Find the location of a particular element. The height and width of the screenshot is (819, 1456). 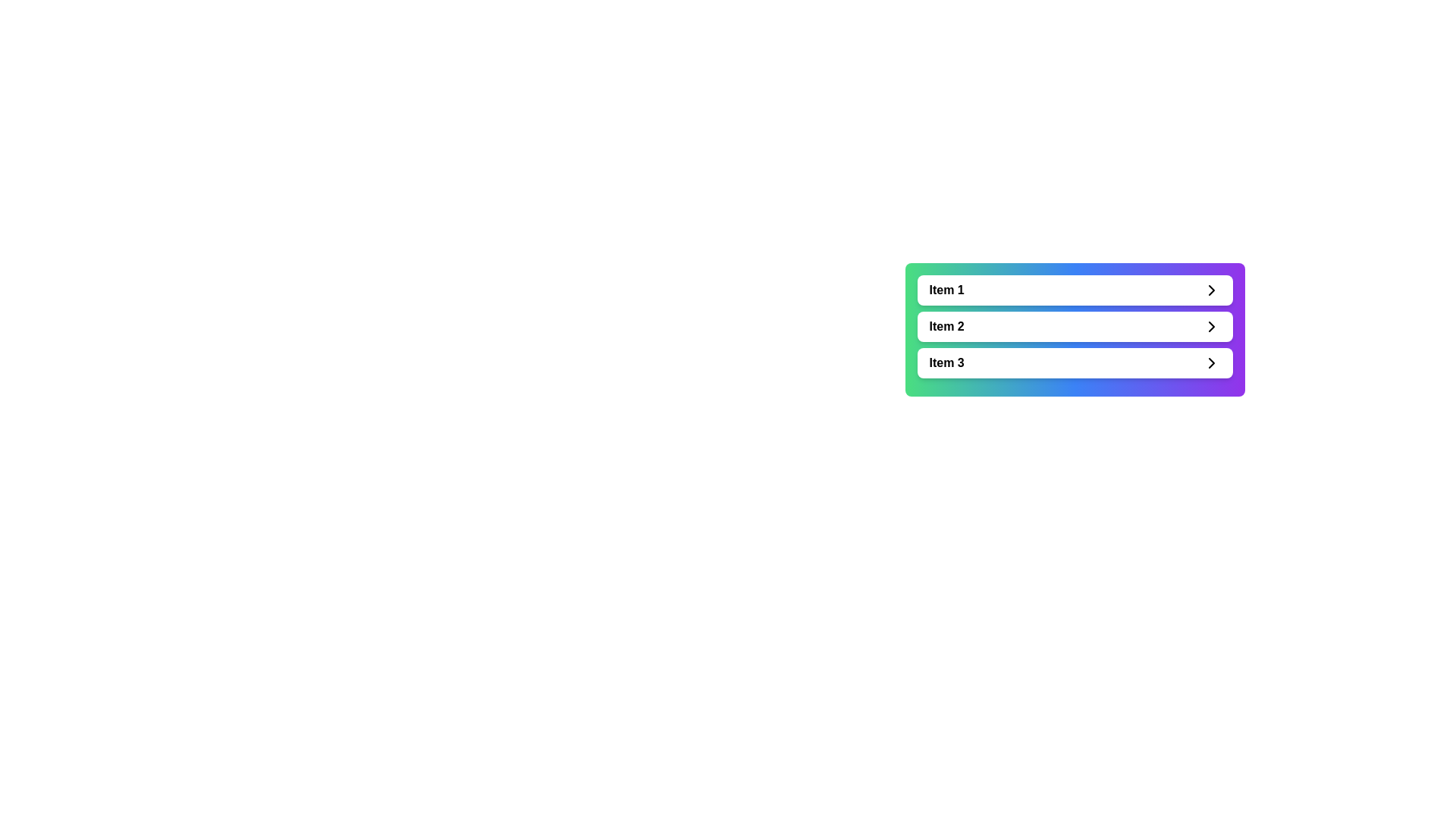

the second list item labeled 'Item 2' in the vibrant card-like structure is located at coordinates (1074, 329).